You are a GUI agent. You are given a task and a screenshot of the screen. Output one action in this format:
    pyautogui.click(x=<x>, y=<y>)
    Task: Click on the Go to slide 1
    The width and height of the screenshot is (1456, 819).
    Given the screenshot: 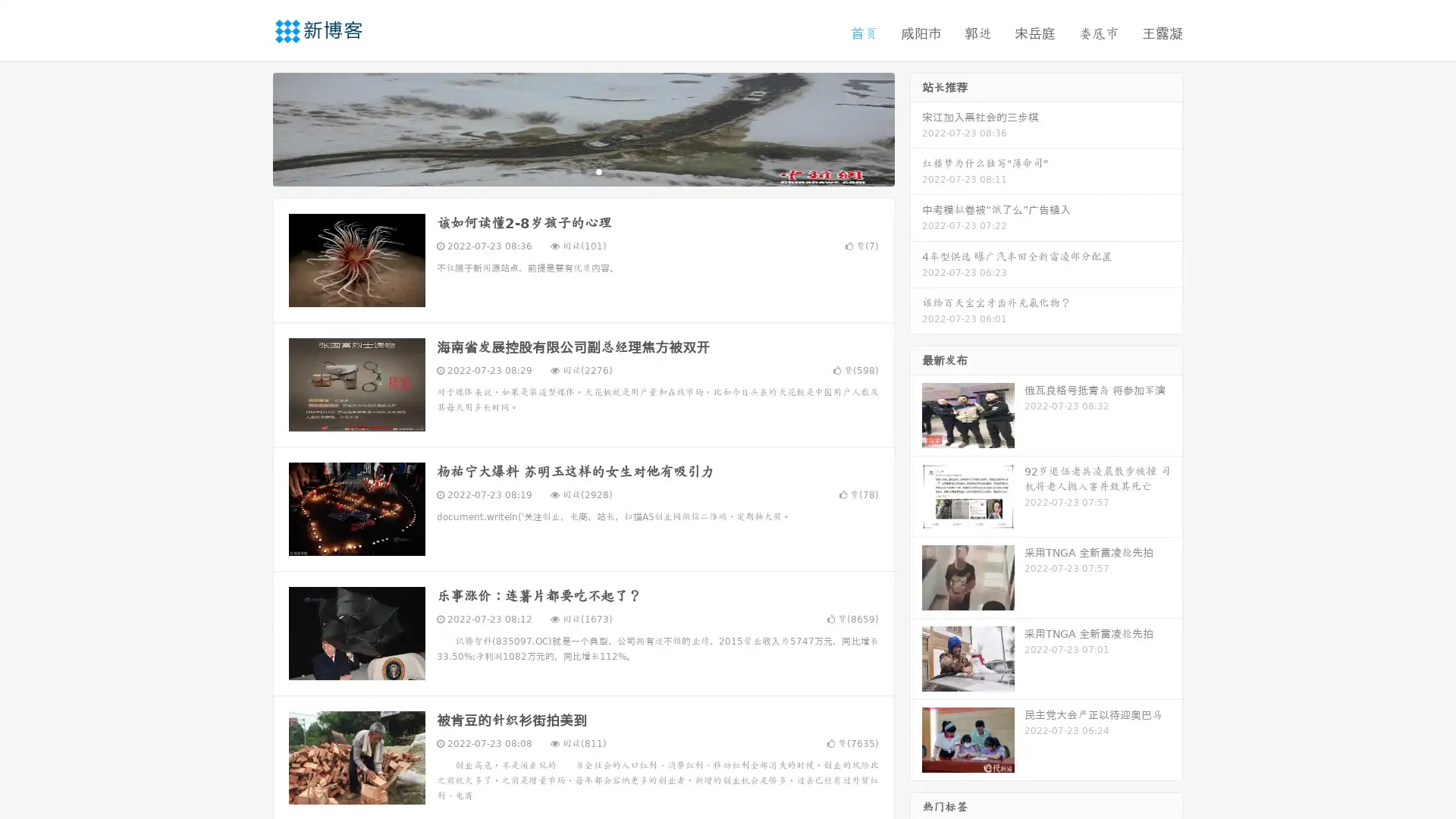 What is the action you would take?
    pyautogui.click(x=567, y=171)
    